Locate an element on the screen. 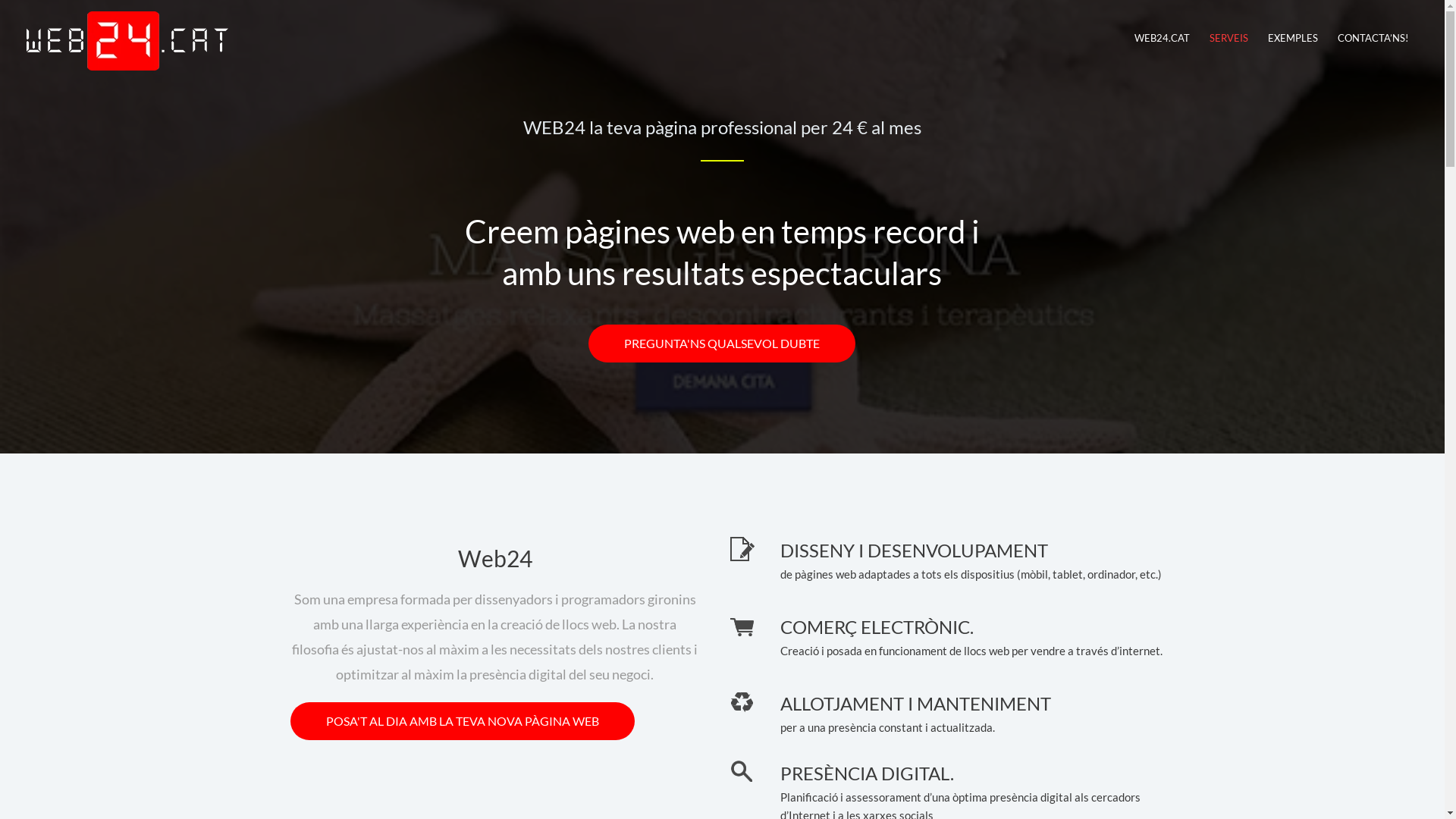  'PREGUNTA'NS QUALSEVOL DUBTE' is located at coordinates (588, 343).